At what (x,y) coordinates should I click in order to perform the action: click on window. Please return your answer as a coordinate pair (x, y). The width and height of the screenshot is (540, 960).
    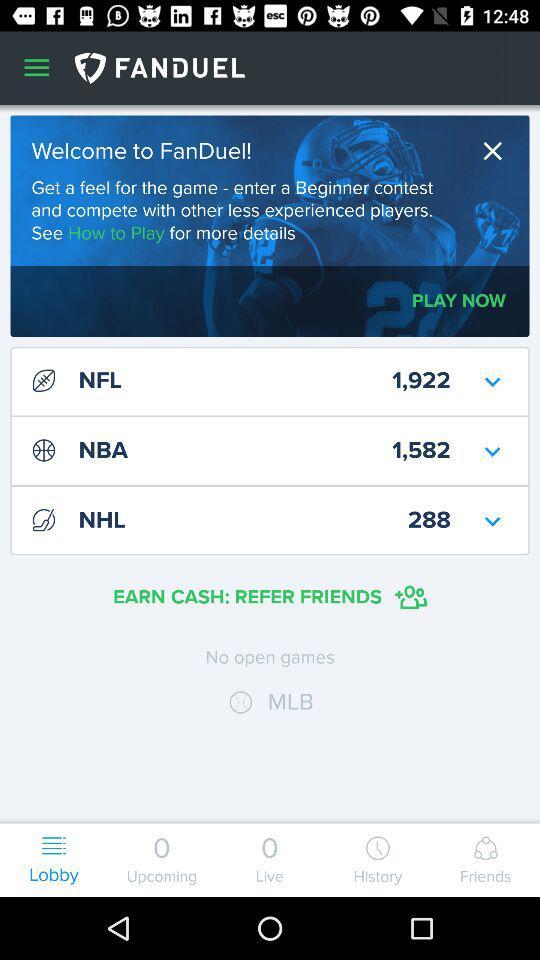
    Looking at the image, I should click on (496, 150).